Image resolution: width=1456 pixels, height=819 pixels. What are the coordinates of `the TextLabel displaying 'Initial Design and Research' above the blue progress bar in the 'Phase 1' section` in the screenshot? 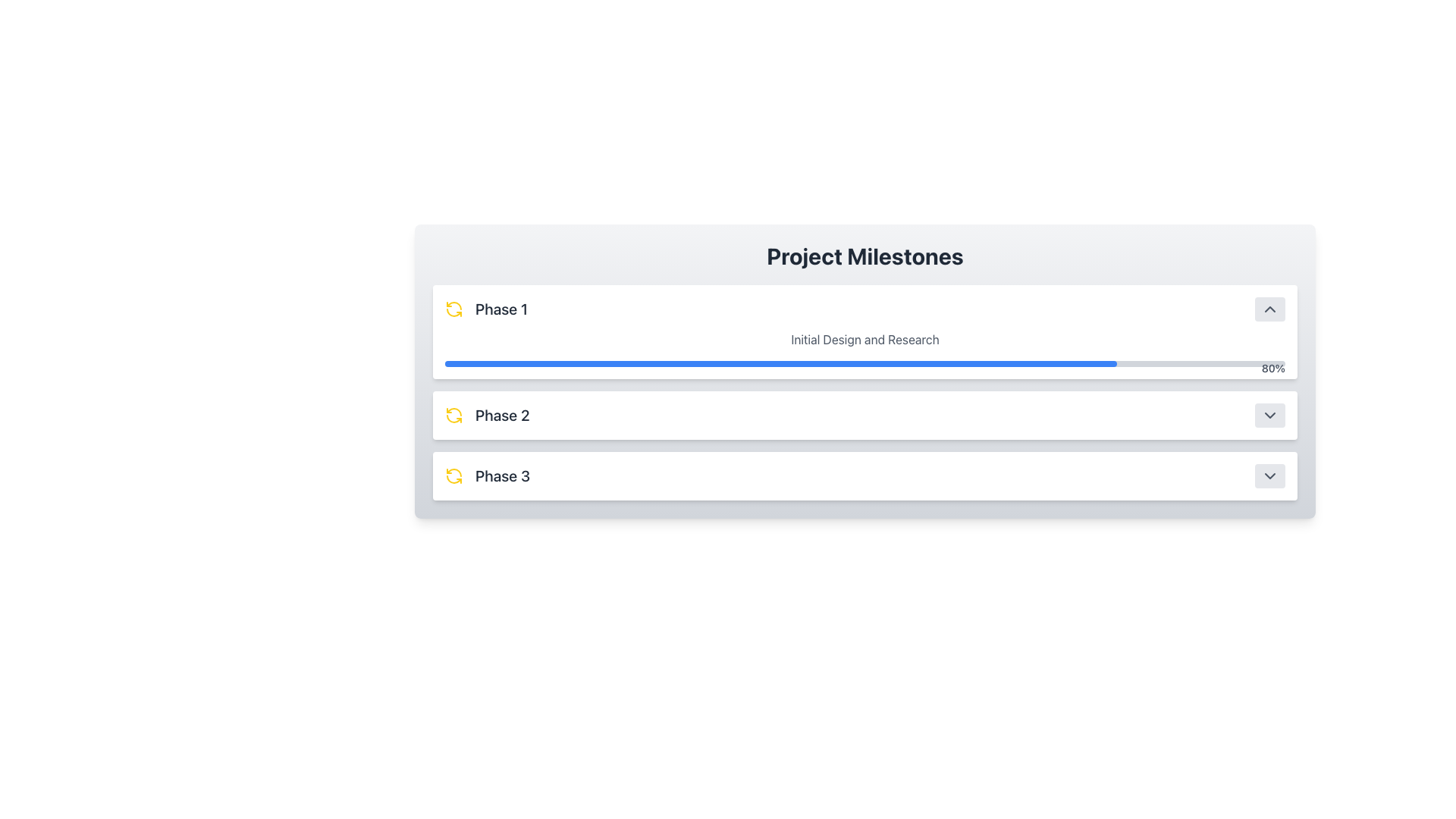 It's located at (865, 338).